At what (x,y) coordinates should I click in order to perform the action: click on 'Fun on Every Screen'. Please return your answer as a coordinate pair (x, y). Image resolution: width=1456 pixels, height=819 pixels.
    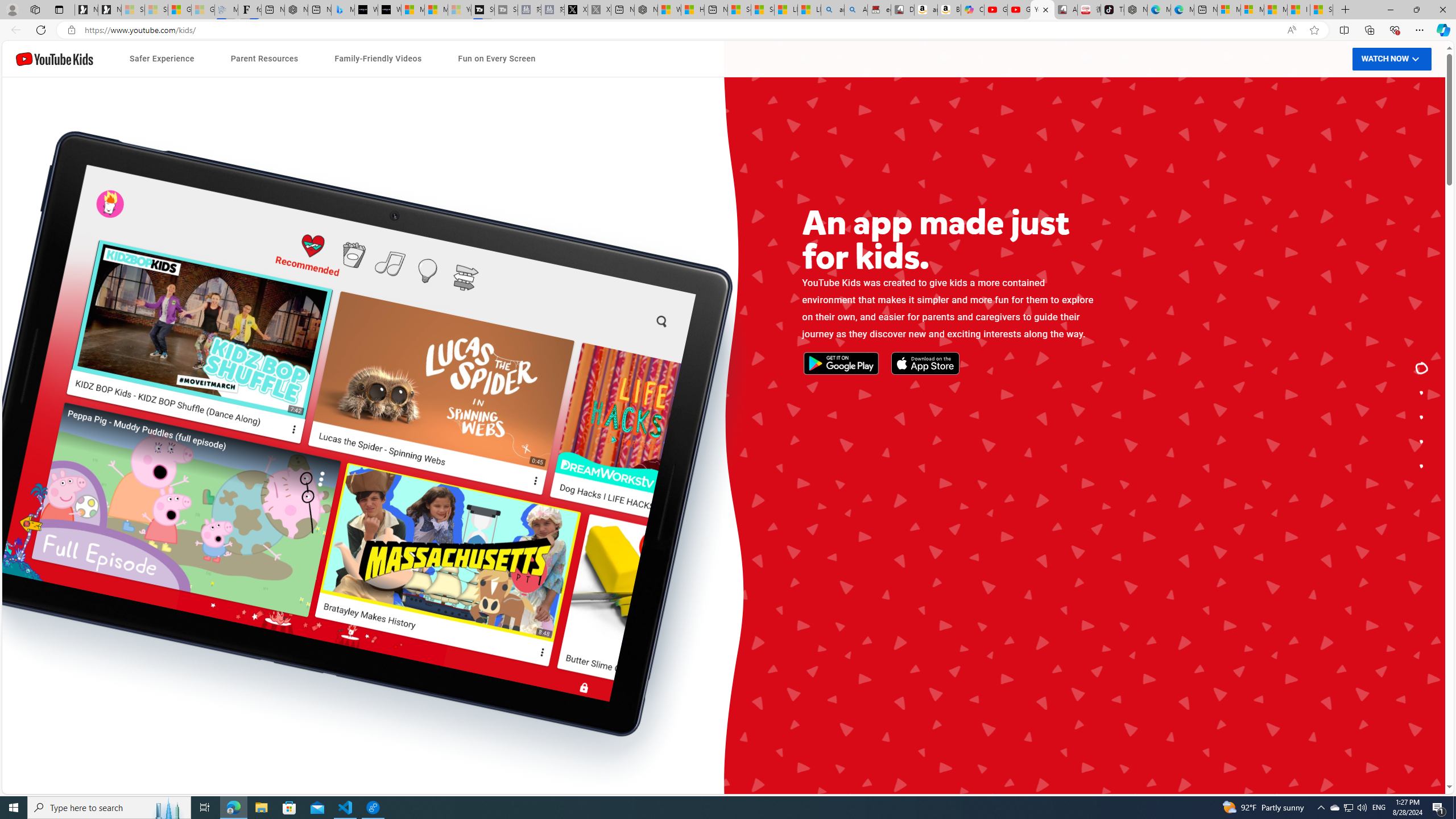
    Looking at the image, I should click on (496, 59).